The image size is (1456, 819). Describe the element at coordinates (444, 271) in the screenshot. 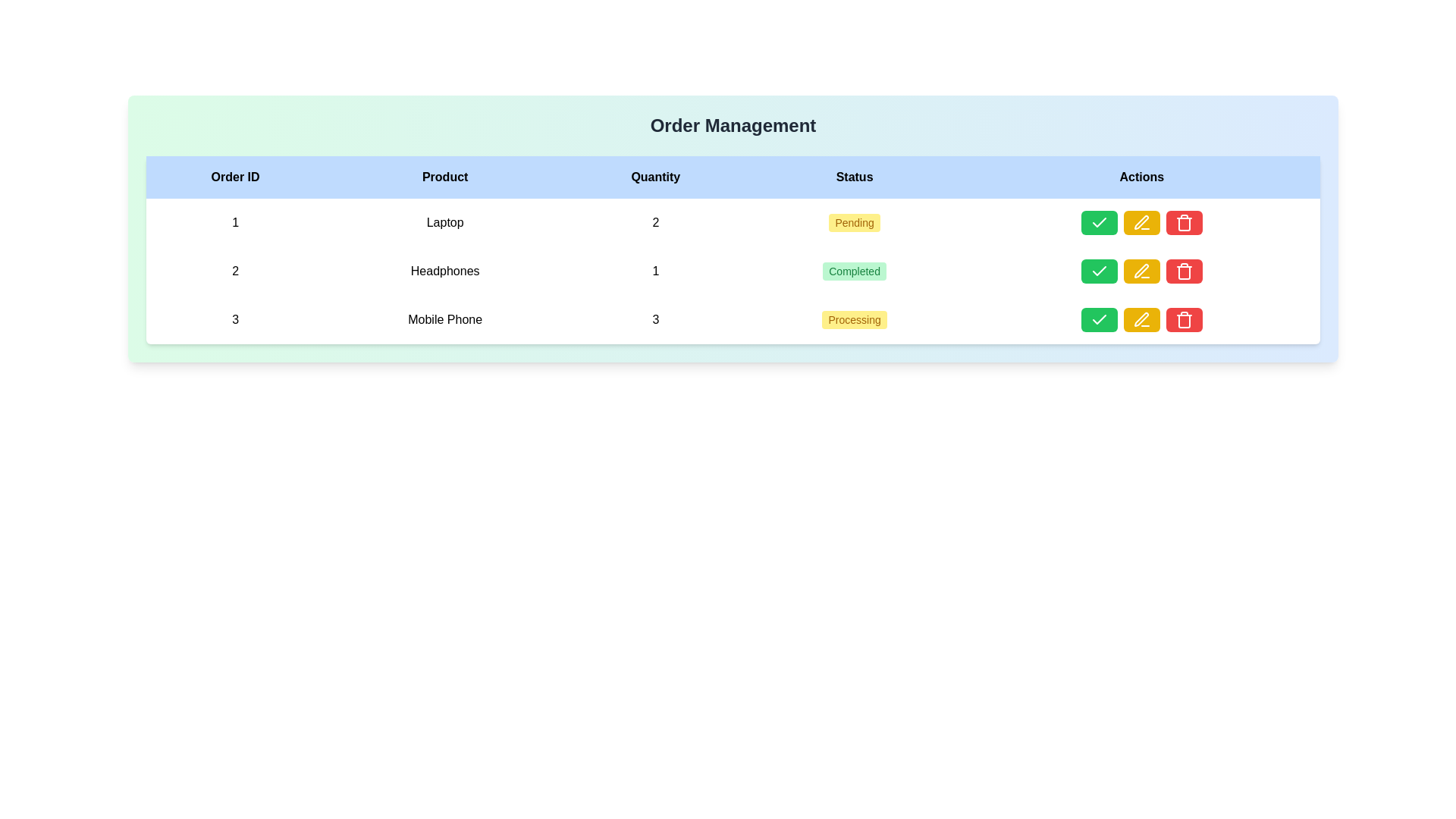

I see `the product name label, which is the second item under the 'Product' column in the order entry table, horizontally centered between the '2' in the 'Order ID' column and the '1' in the 'Quantity' column` at that location.